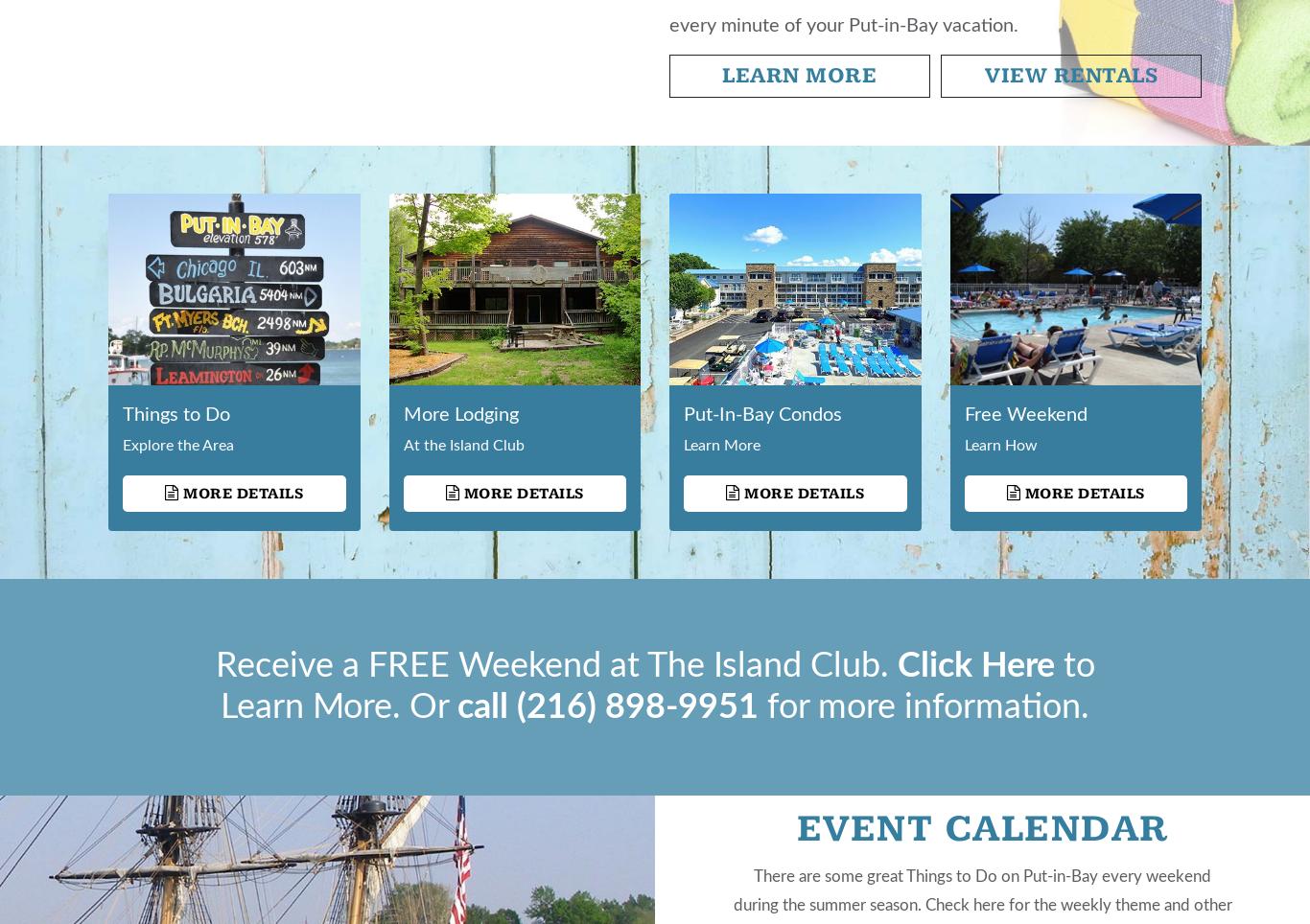 The height and width of the screenshot is (924, 1310). What do you see at coordinates (759, 706) in the screenshot?
I see `'for more information.'` at bounding box center [759, 706].